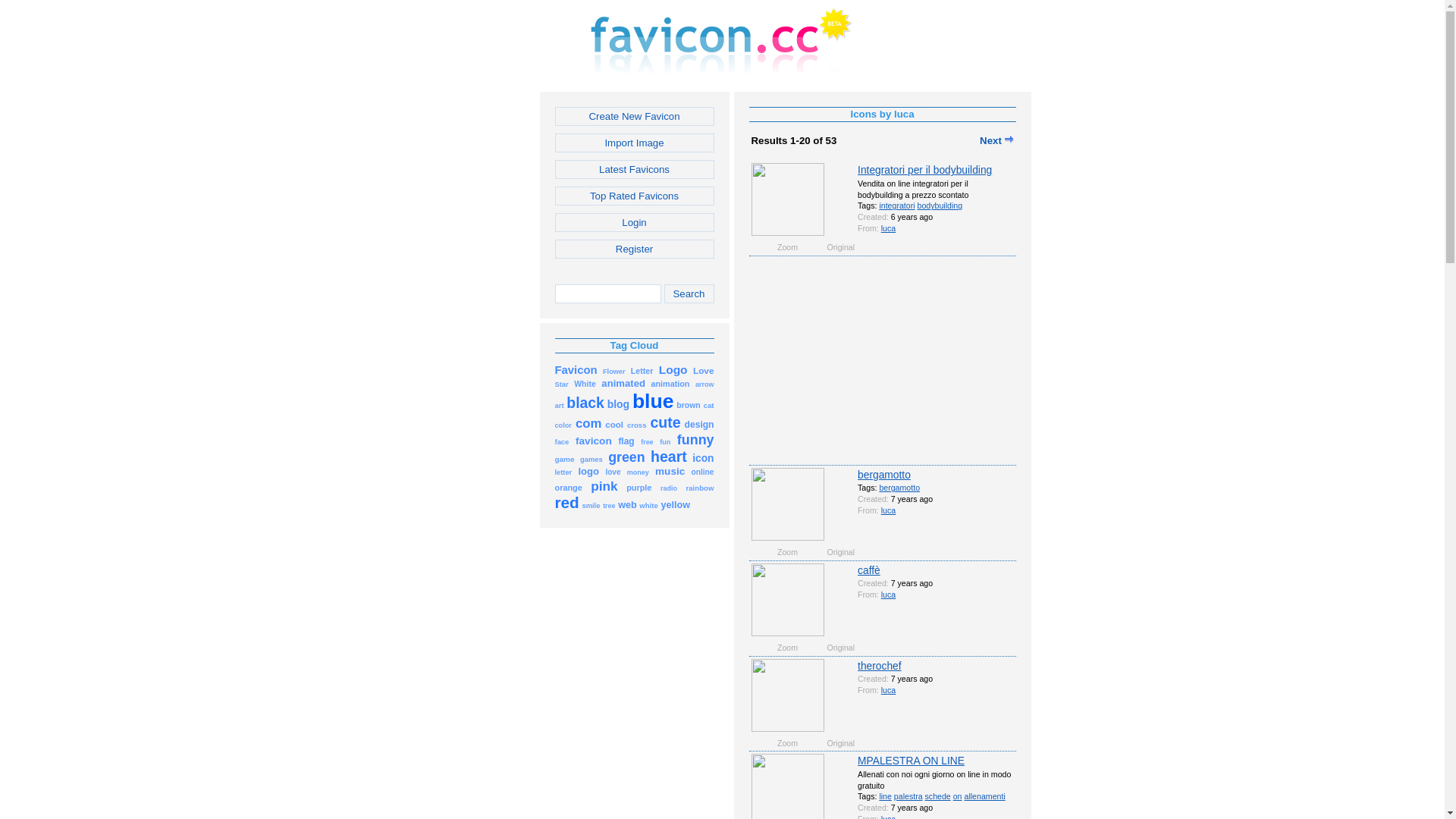 This screenshot has width=1456, height=819. I want to click on 'art', so click(554, 403).